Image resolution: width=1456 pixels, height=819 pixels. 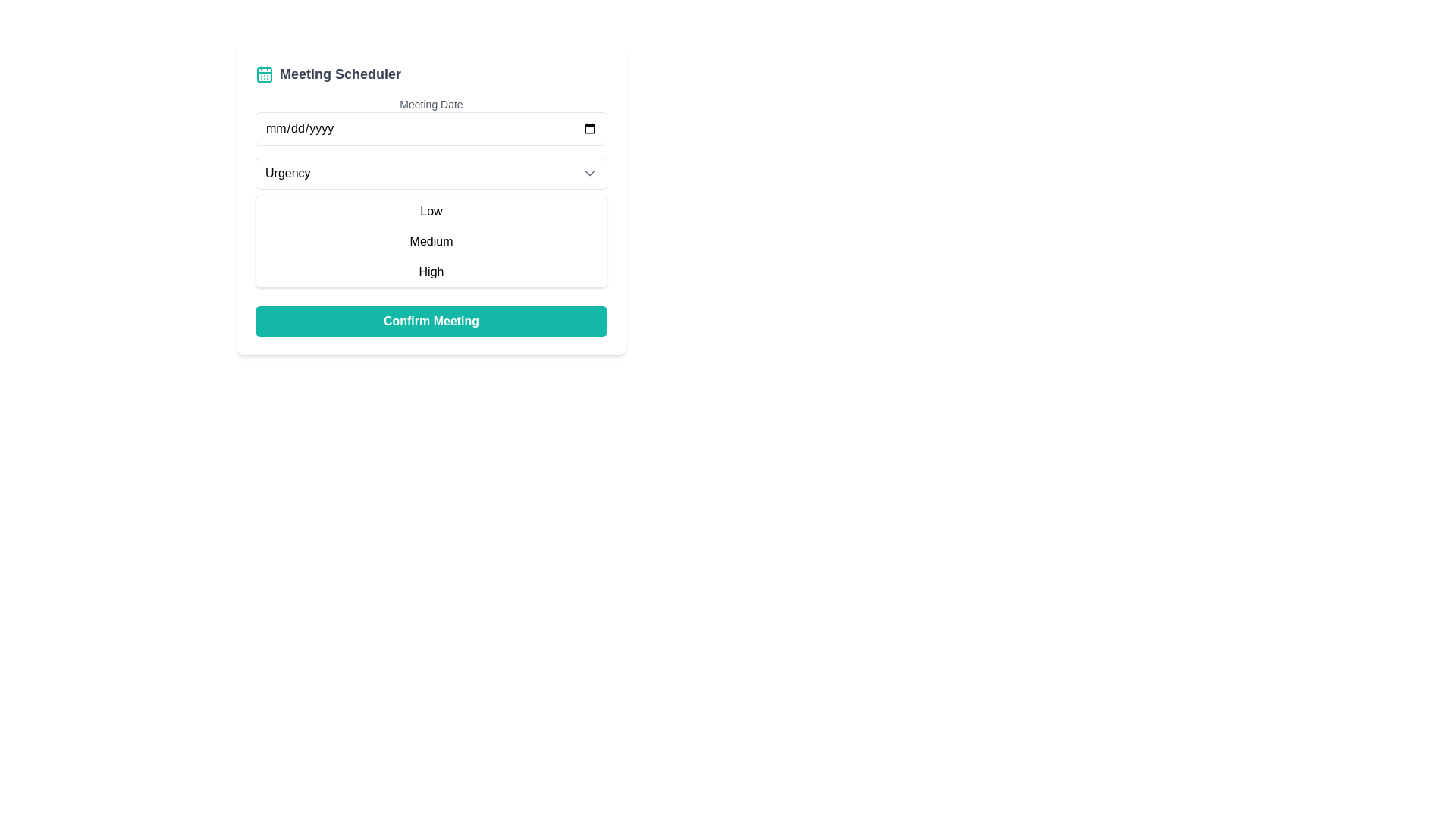 I want to click on the downward-pointing gray chevron icon located at the right end of the 'Urgency' dropdown interface, so click(x=588, y=172).